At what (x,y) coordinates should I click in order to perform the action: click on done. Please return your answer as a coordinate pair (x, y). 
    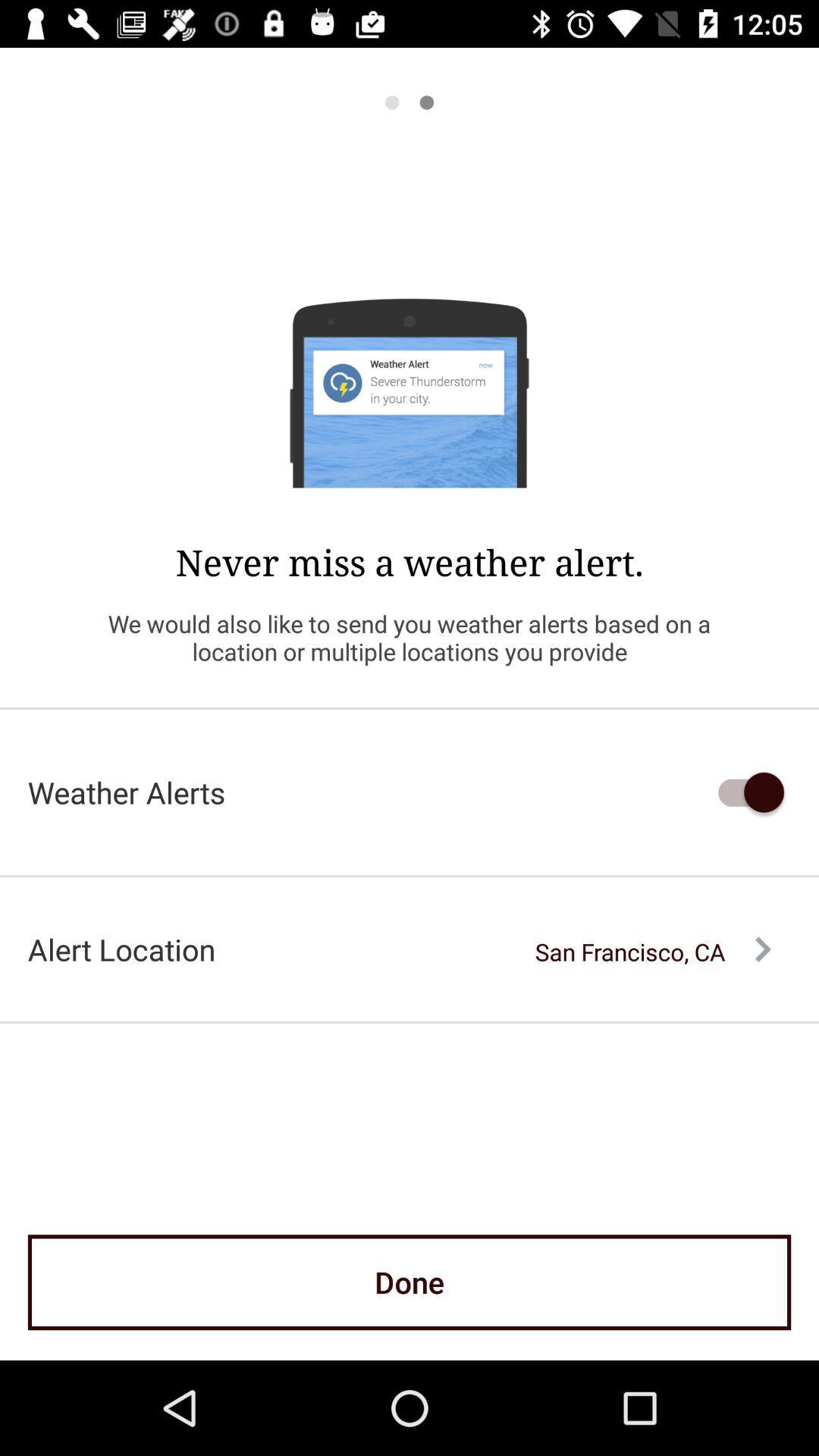
    Looking at the image, I should click on (409, 1282).